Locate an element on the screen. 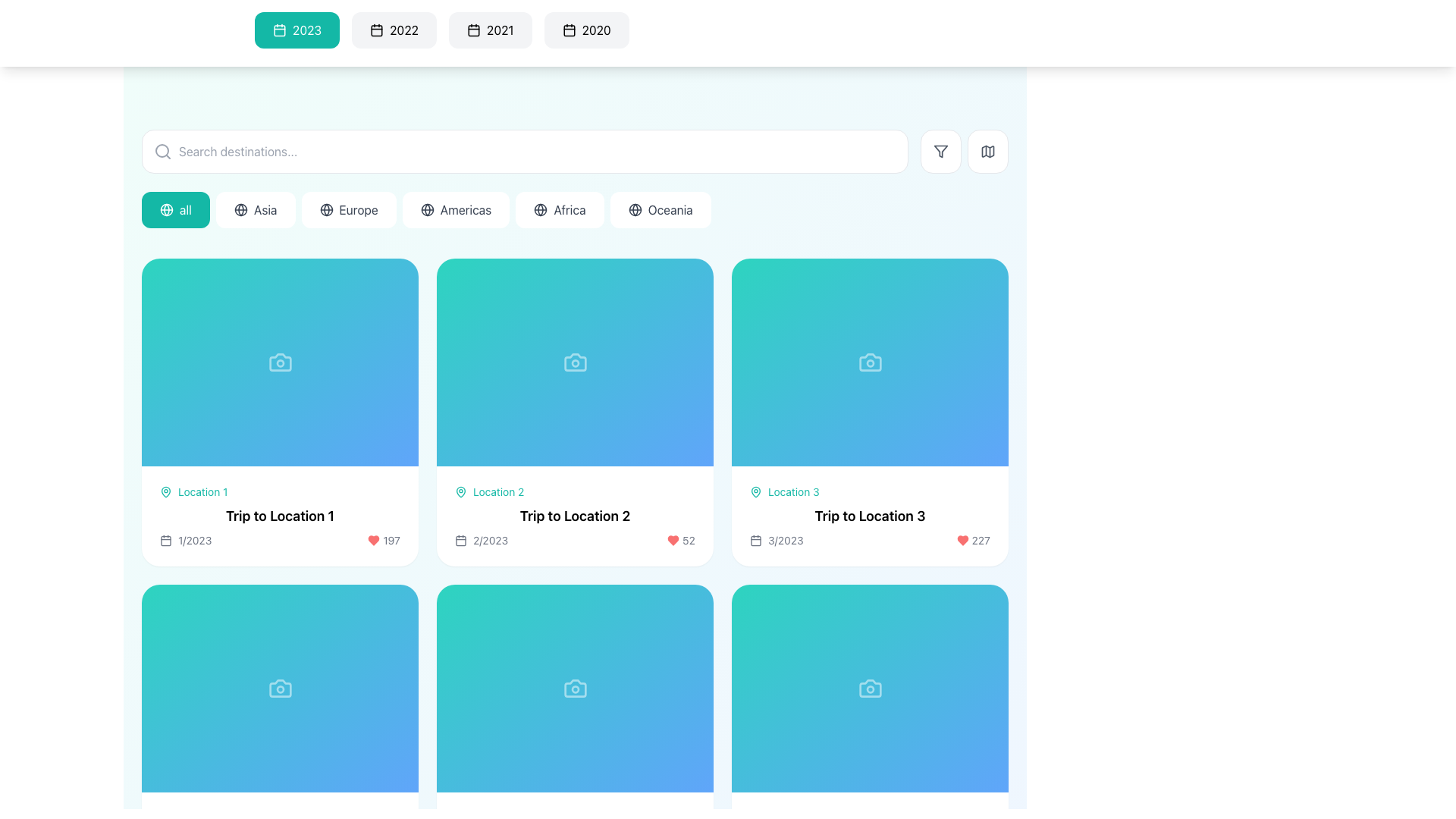  the graphical placeholder located at the upper part of the first card in a grid layout, which is associated with 'Location 1' and 'Trip to Location 1' is located at coordinates (280, 362).